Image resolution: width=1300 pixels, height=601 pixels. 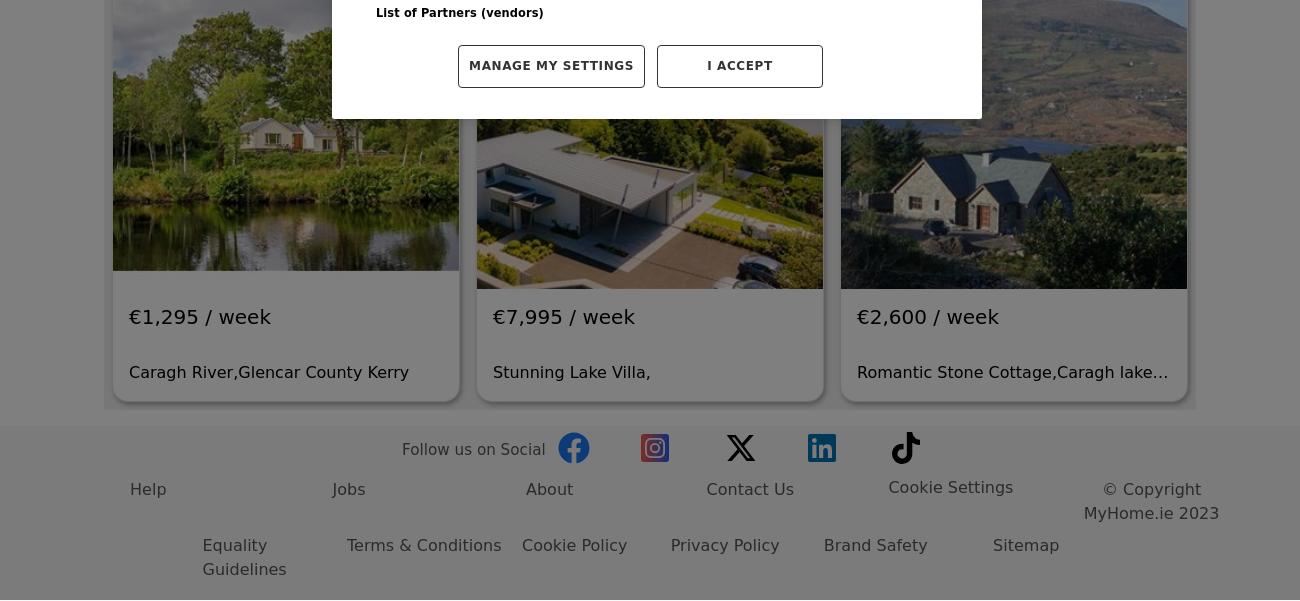 I want to click on '€1,295 / week', so click(x=199, y=114).